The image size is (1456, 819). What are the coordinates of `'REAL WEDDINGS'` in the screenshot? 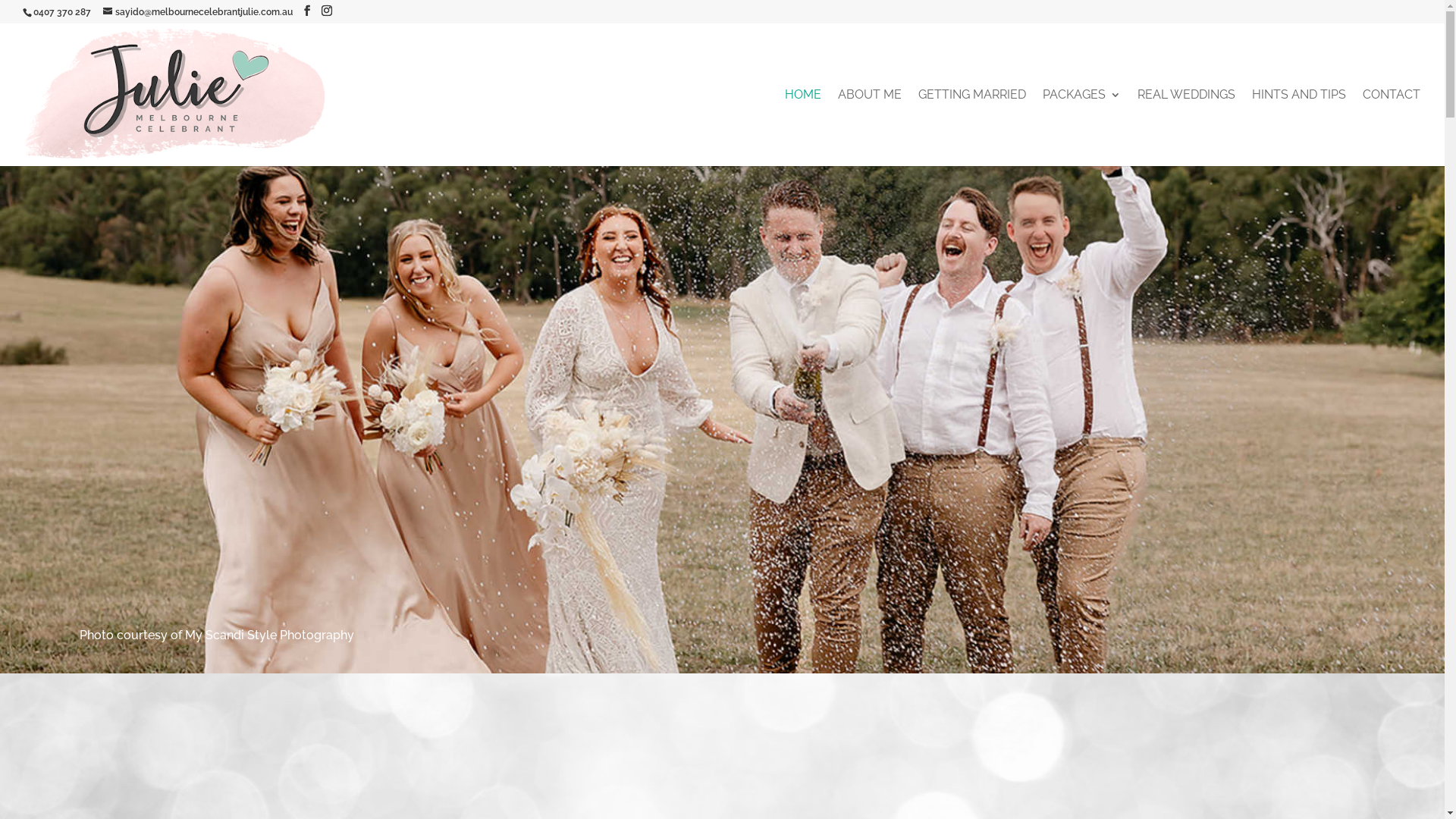 It's located at (1137, 127).